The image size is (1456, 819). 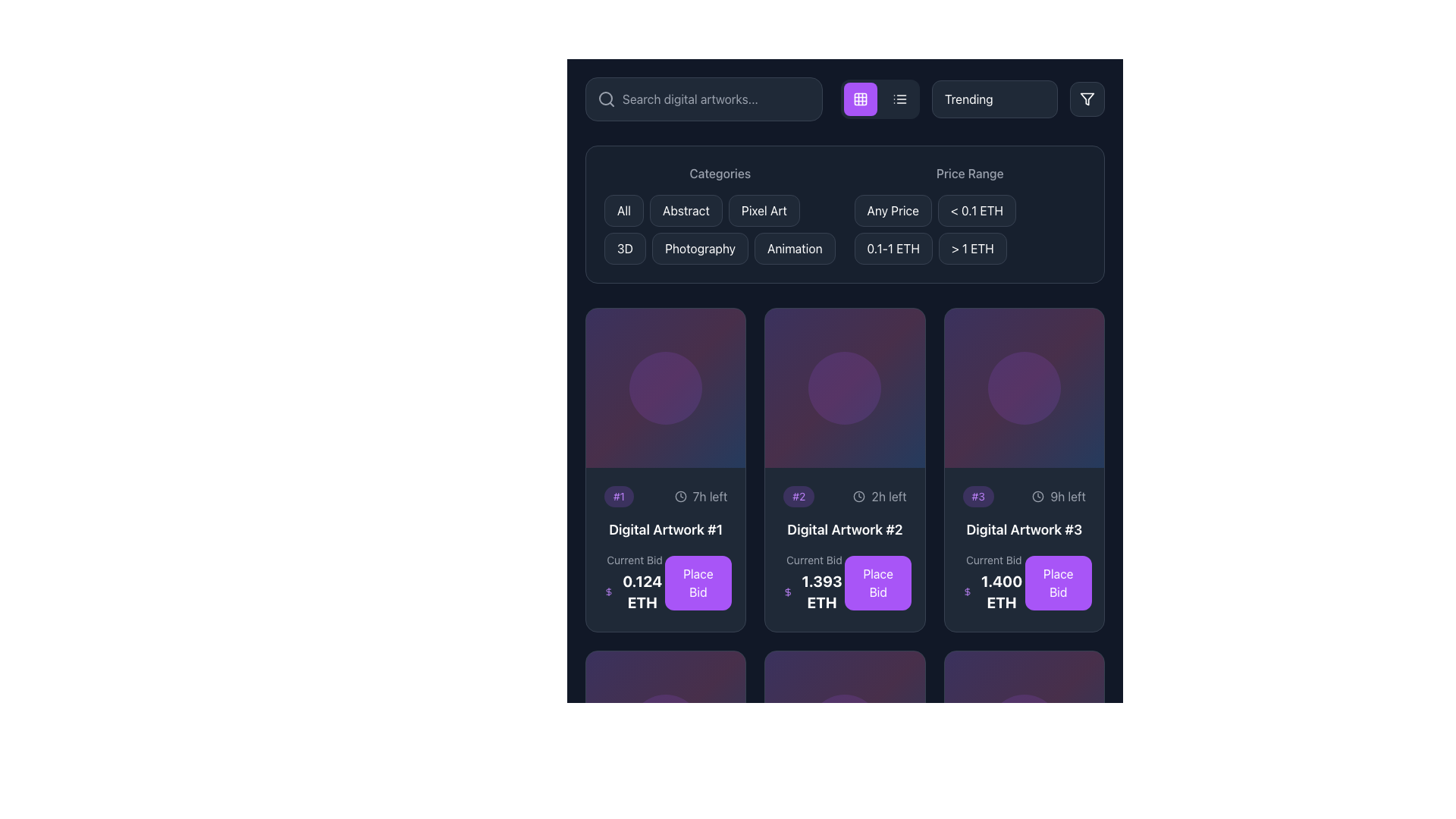 What do you see at coordinates (609, 591) in the screenshot?
I see `the currency icon located to the left of the text '0.124 ETH' in the bottom-right corner of the card labeled 'Digital Artwork #1'` at bounding box center [609, 591].